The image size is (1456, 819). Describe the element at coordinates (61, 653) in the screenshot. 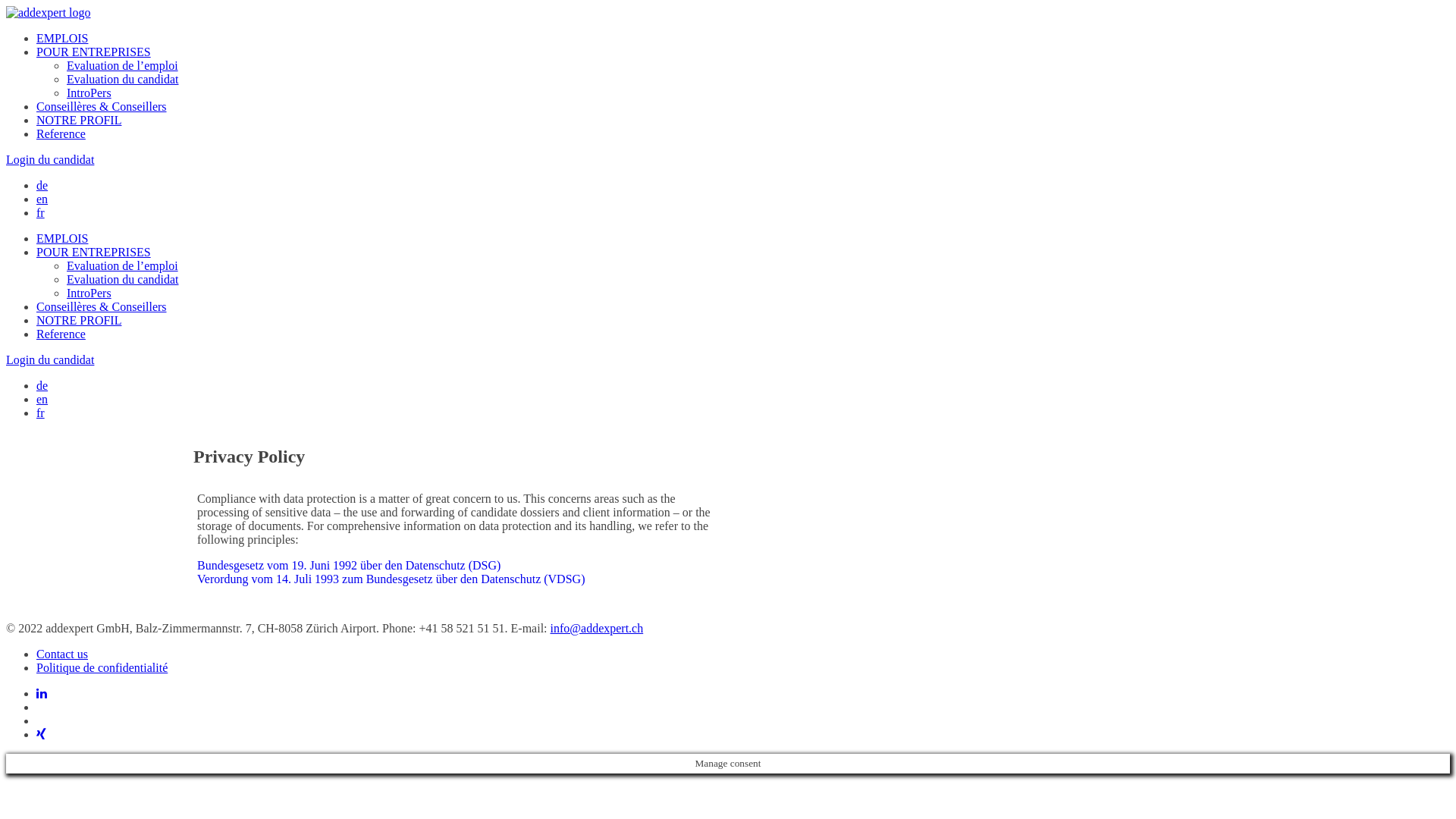

I see `'Contact us'` at that location.